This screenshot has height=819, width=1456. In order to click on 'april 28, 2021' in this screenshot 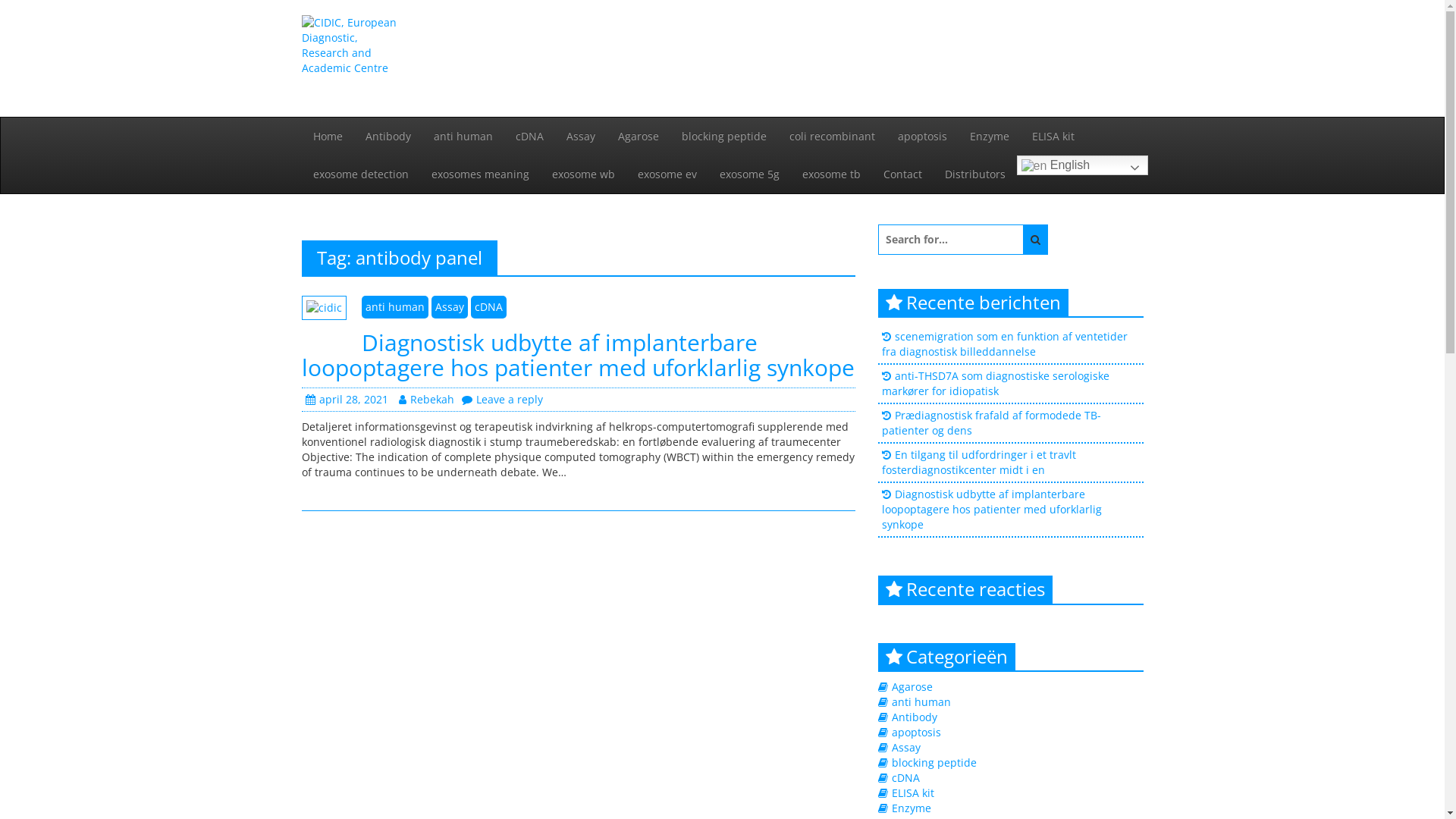, I will do `click(304, 398)`.